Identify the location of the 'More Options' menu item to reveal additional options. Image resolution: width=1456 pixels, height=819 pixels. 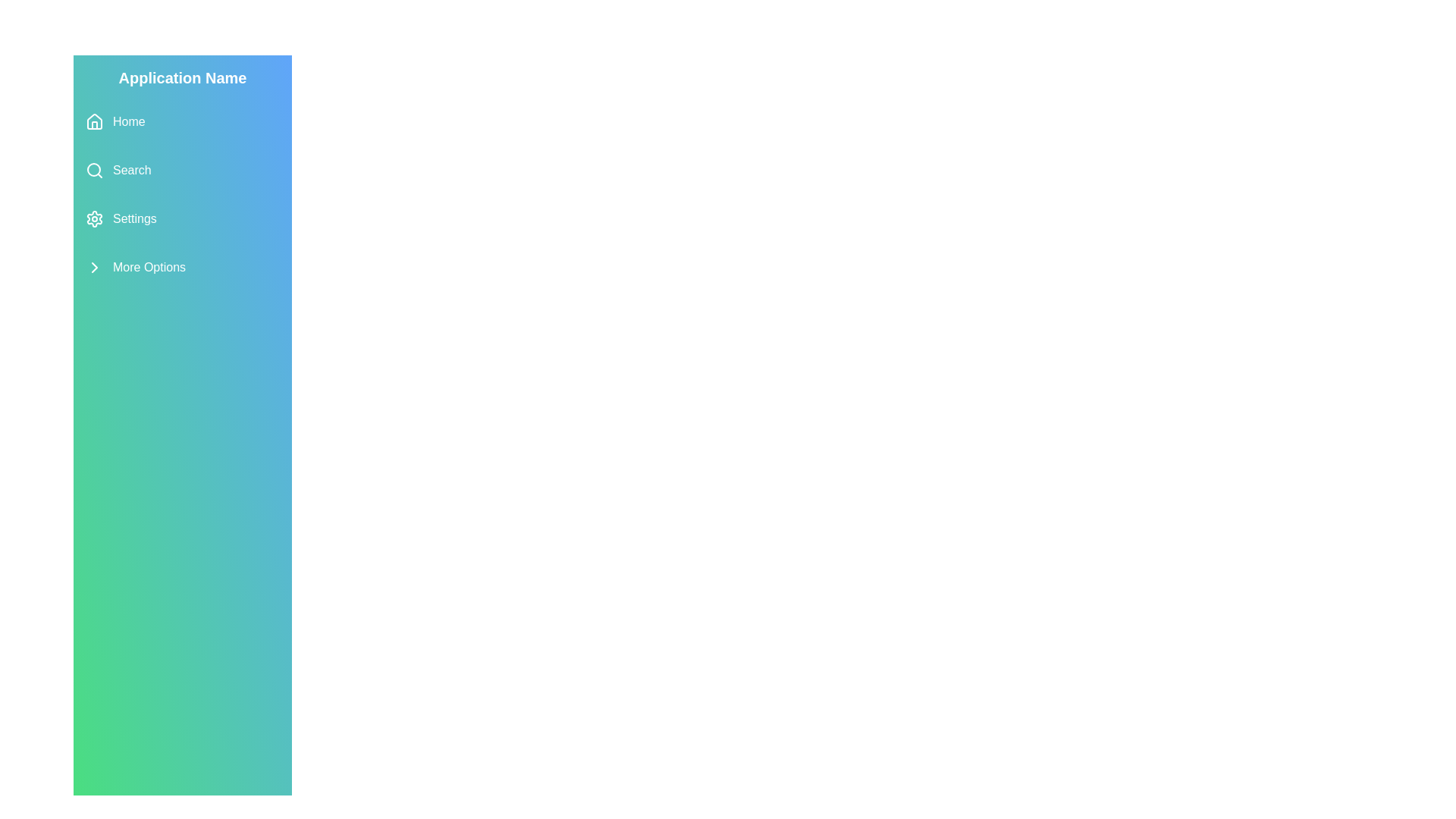
(182, 267).